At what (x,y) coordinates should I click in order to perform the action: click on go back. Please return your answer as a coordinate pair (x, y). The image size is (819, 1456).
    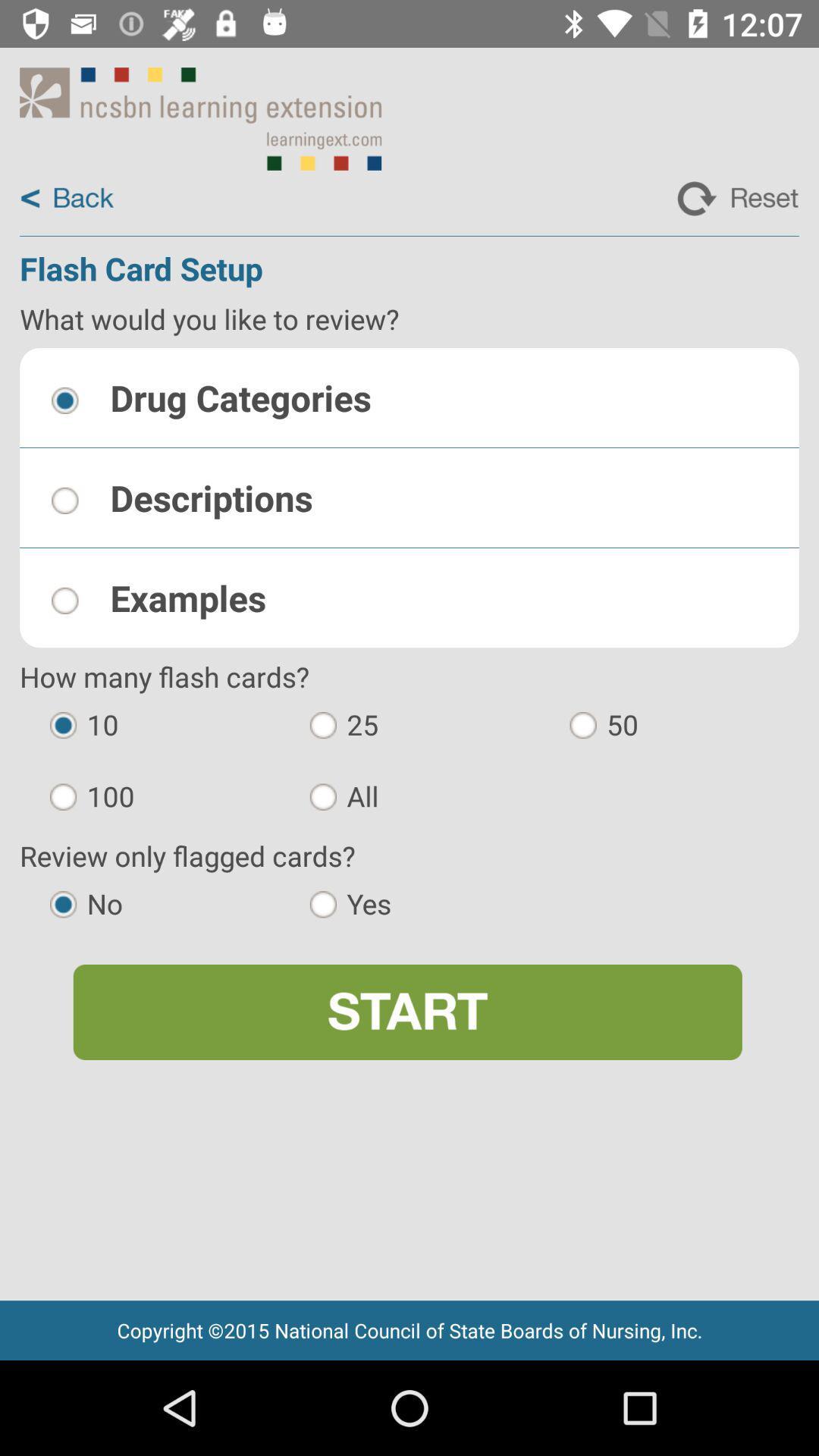
    Looking at the image, I should click on (66, 198).